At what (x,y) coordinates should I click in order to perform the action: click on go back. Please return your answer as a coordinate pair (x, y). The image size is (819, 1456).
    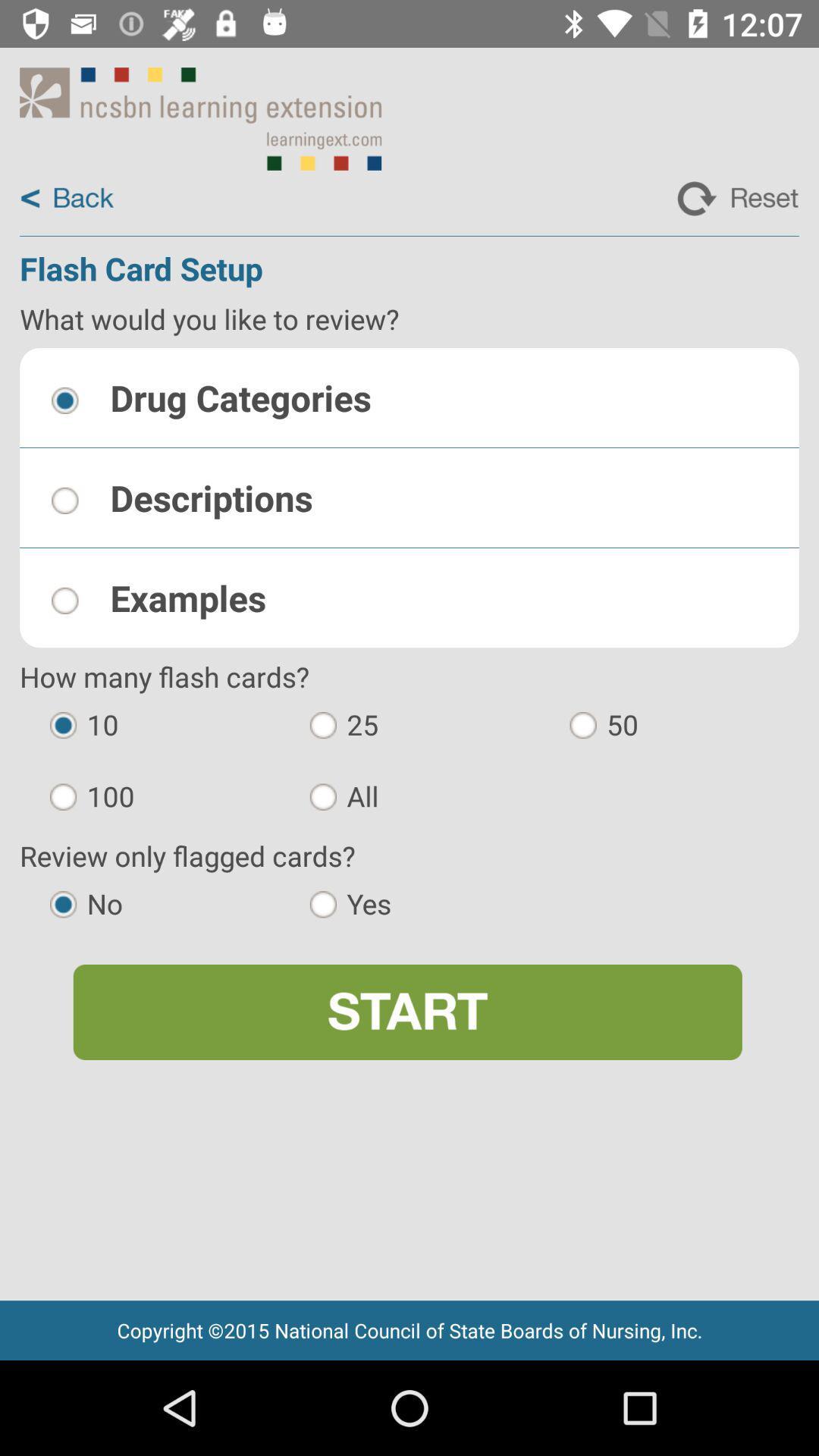
    Looking at the image, I should click on (66, 198).